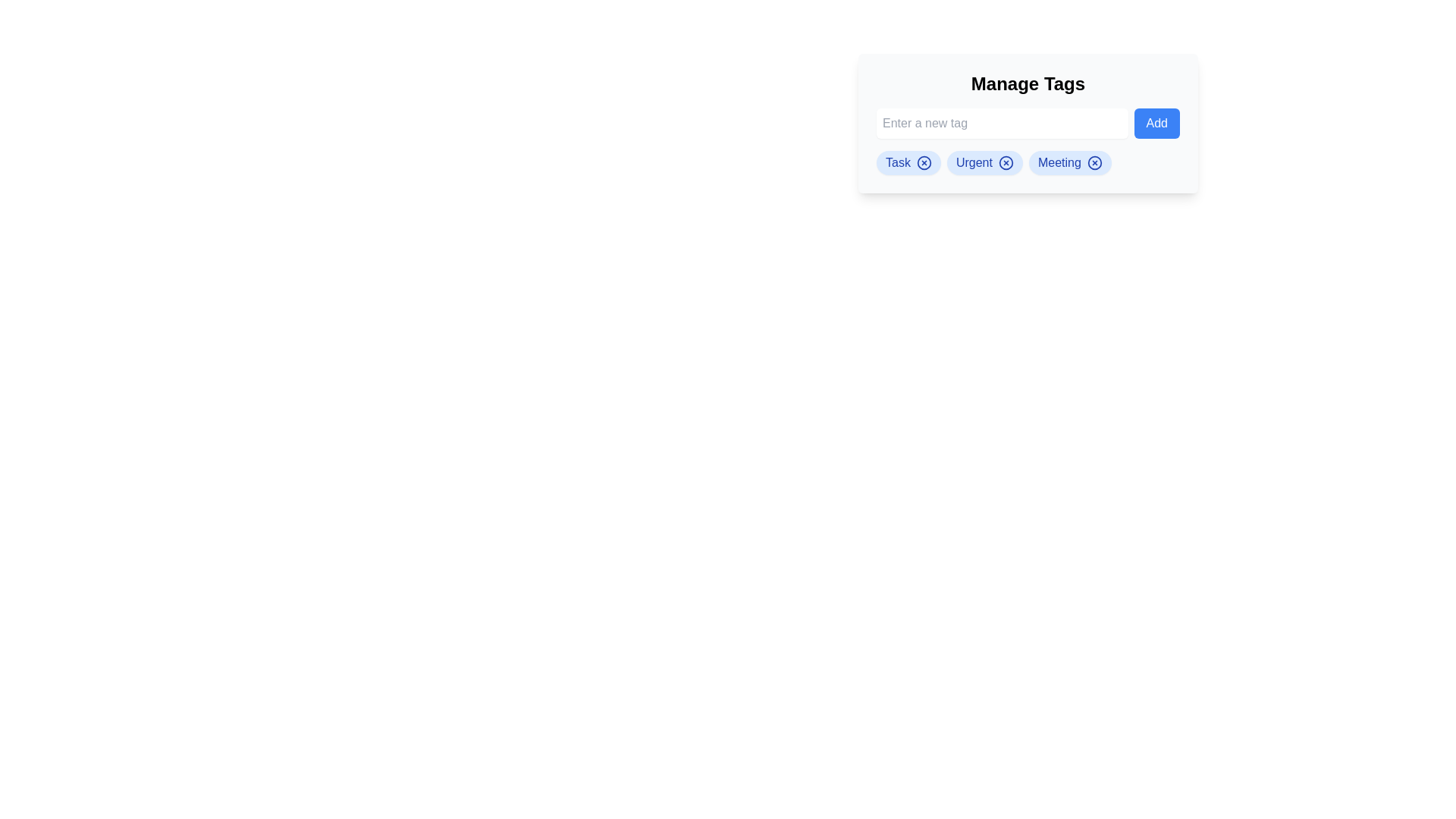  I want to click on the small circular button with a blue border and red background containing a white 'X' symbol, located within the 'Meeting' label chip, to potentially display a tooltip, so click(1094, 163).